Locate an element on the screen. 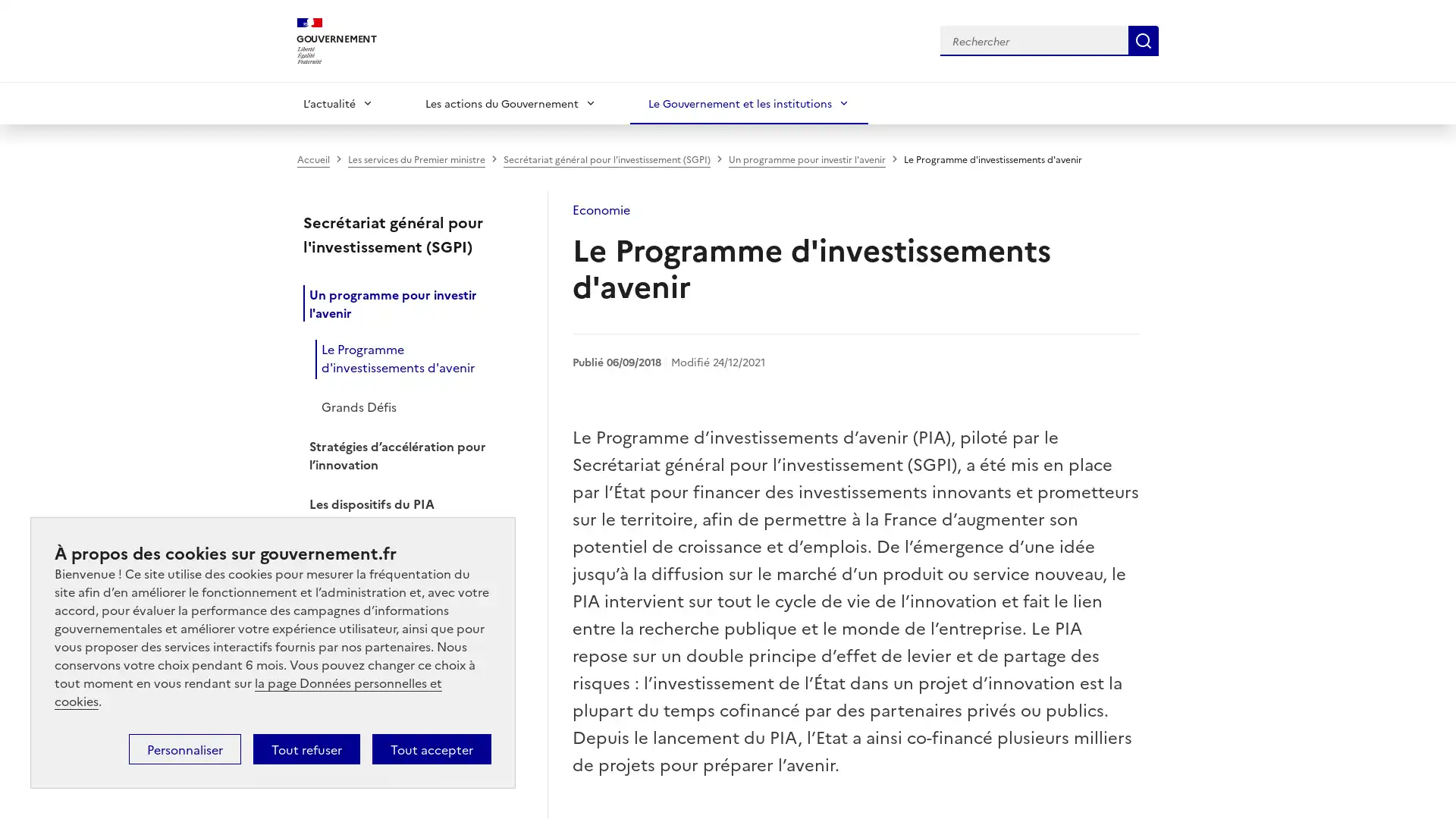  Personnaliser is located at coordinates (184, 748).